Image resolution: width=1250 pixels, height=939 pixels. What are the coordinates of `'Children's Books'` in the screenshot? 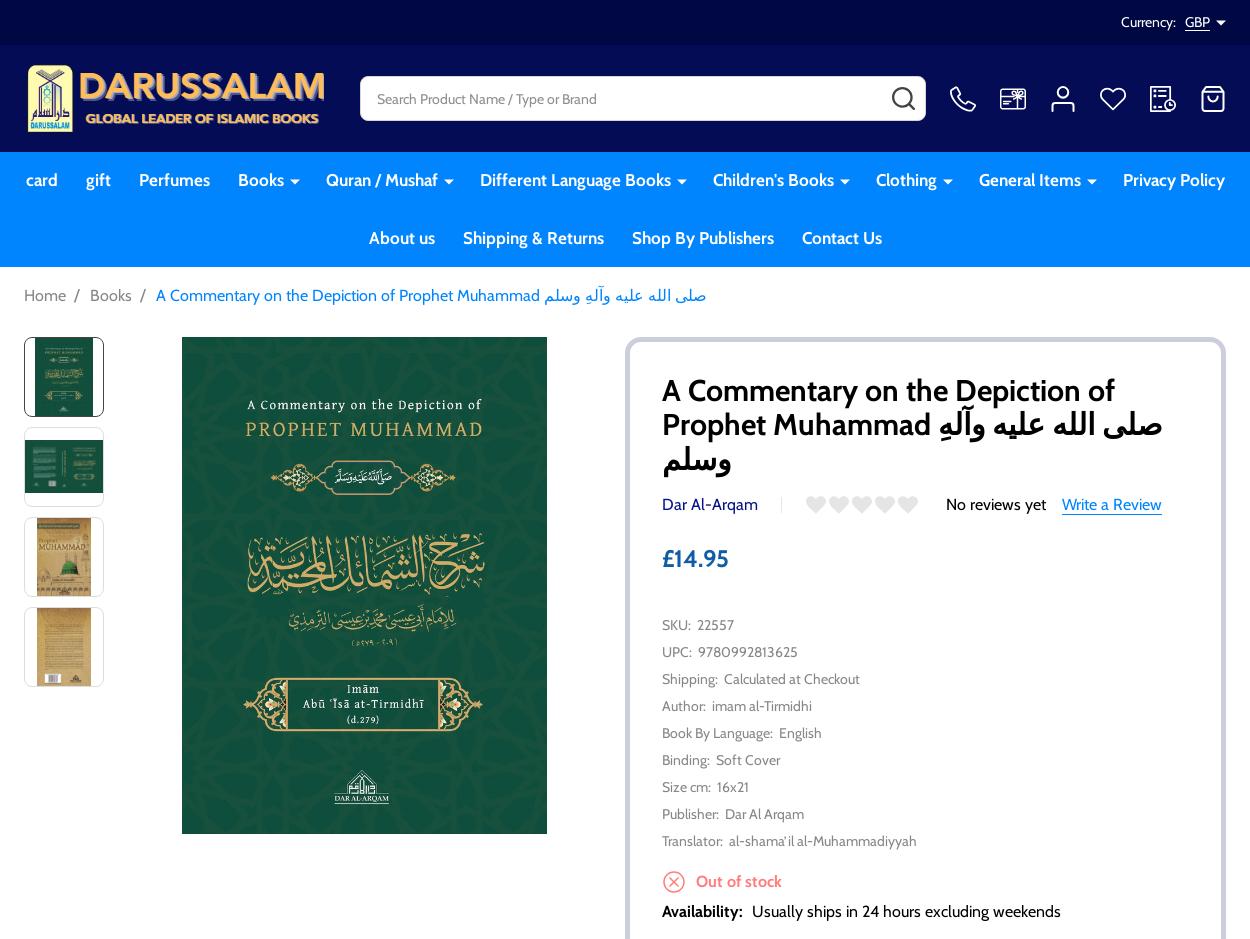 It's located at (772, 180).